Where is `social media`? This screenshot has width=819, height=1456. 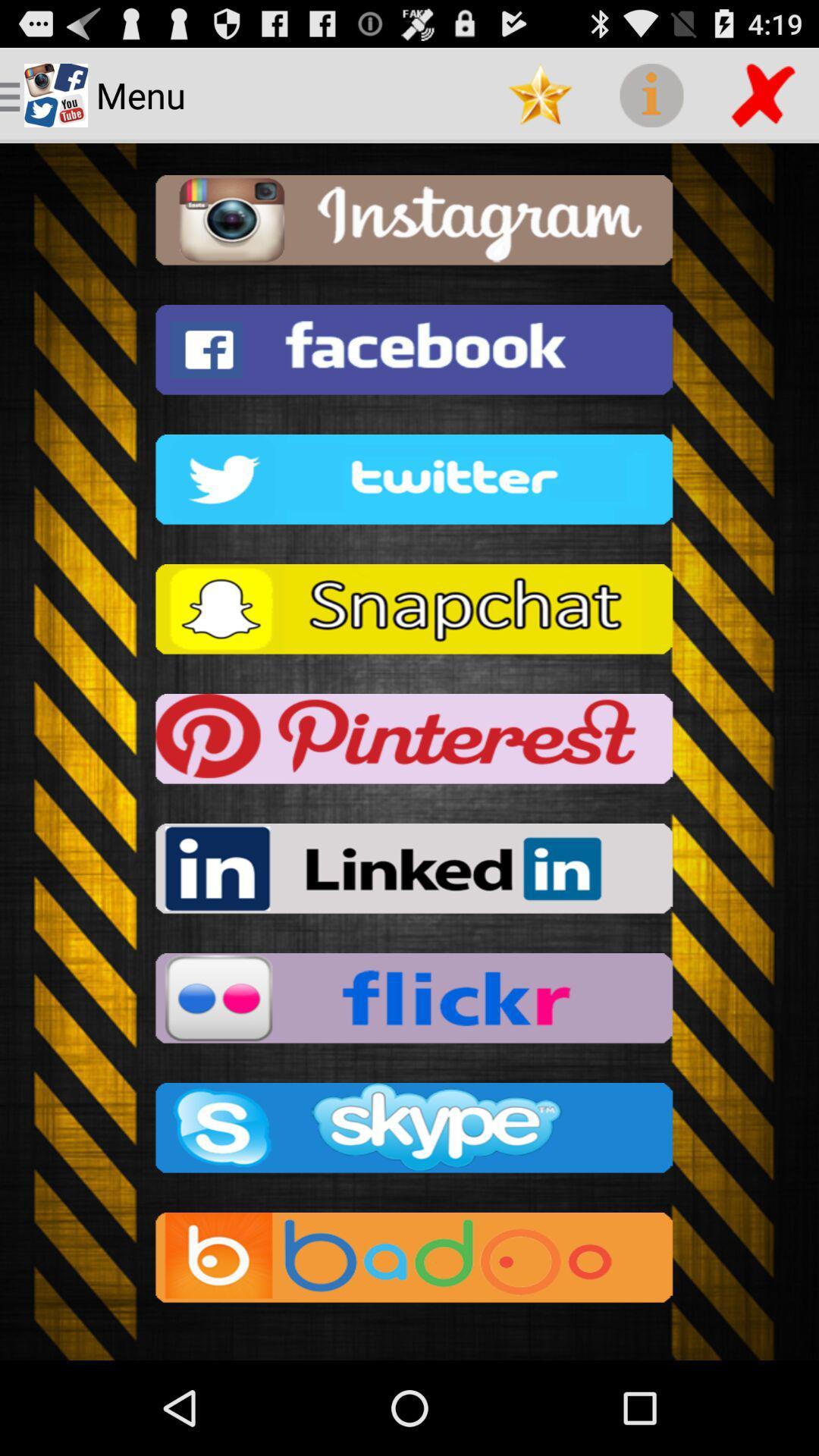 social media is located at coordinates (409, 1262).